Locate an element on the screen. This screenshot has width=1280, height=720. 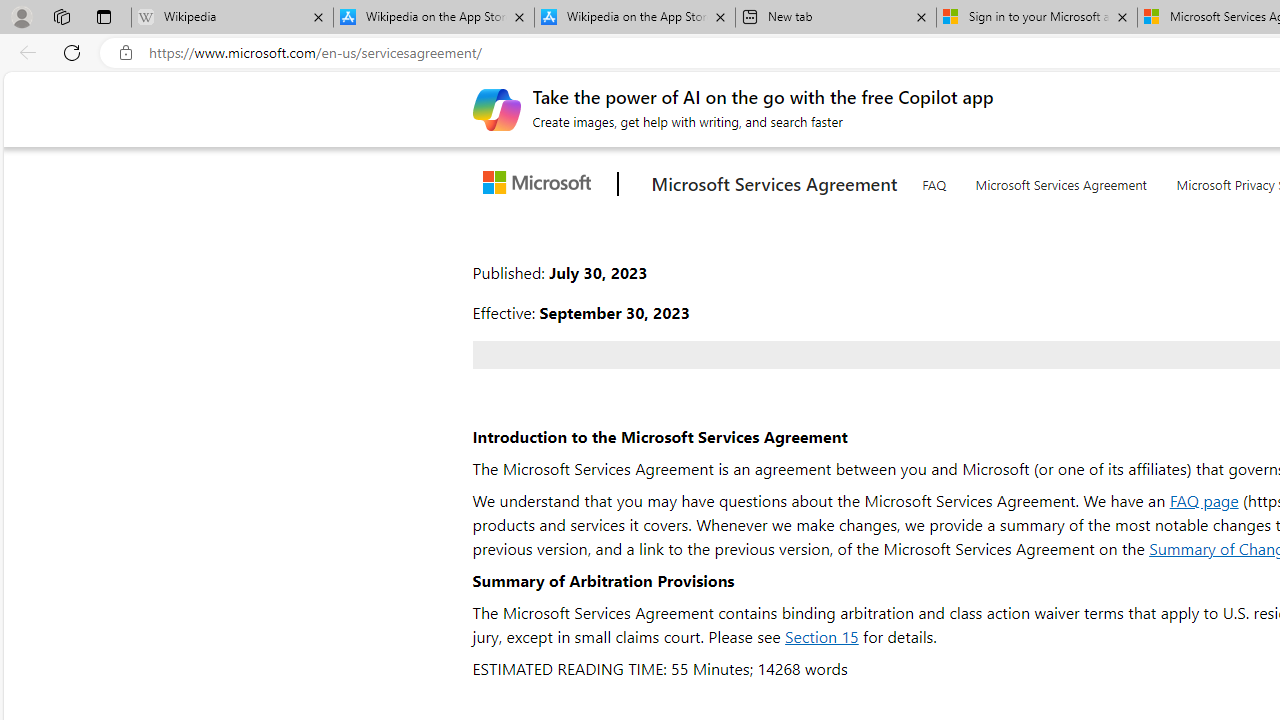
'FAQ page' is located at coordinates (1202, 499).